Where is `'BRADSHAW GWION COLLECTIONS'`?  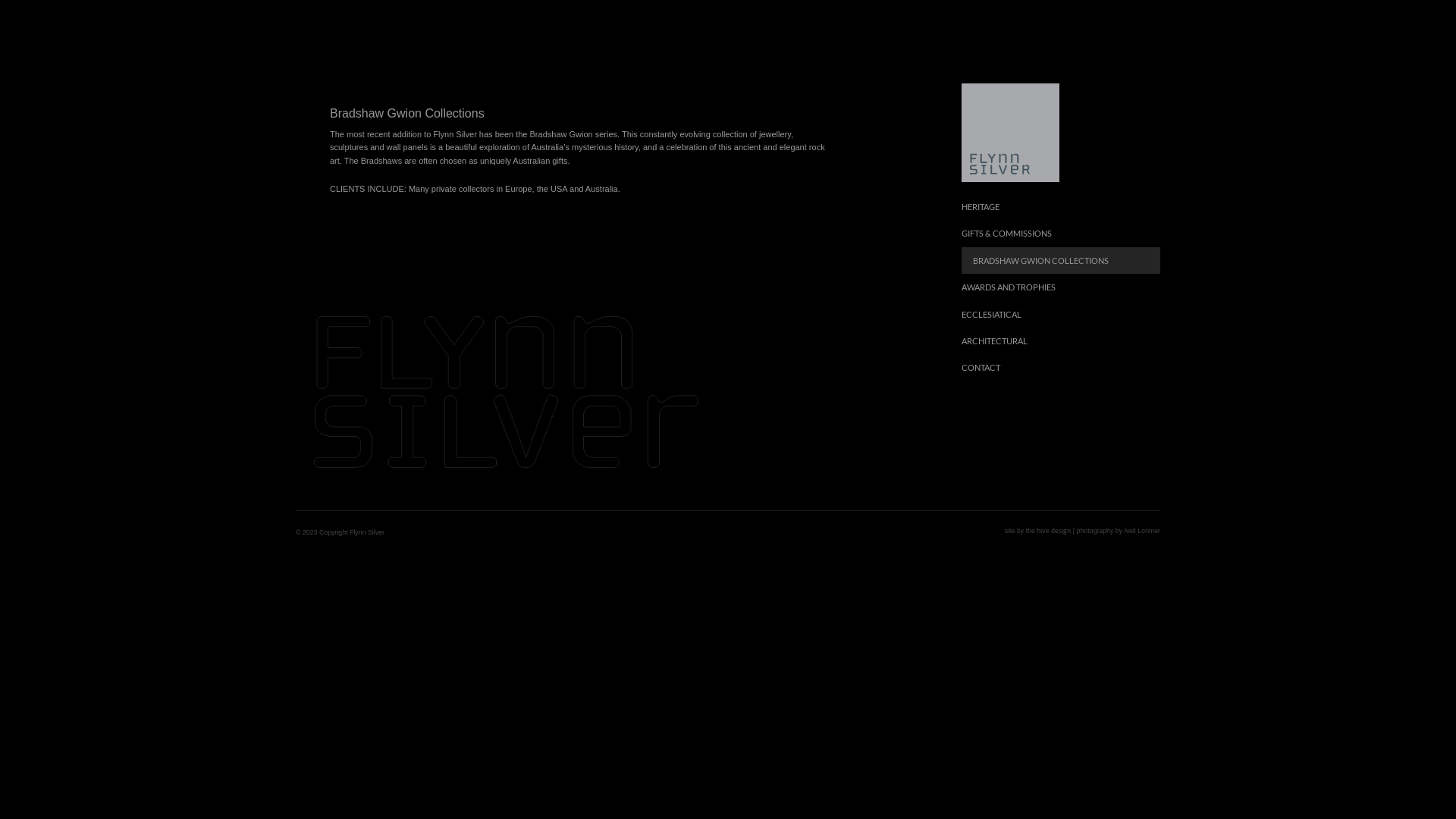 'BRADSHAW GWION COLLECTIONS' is located at coordinates (960, 259).